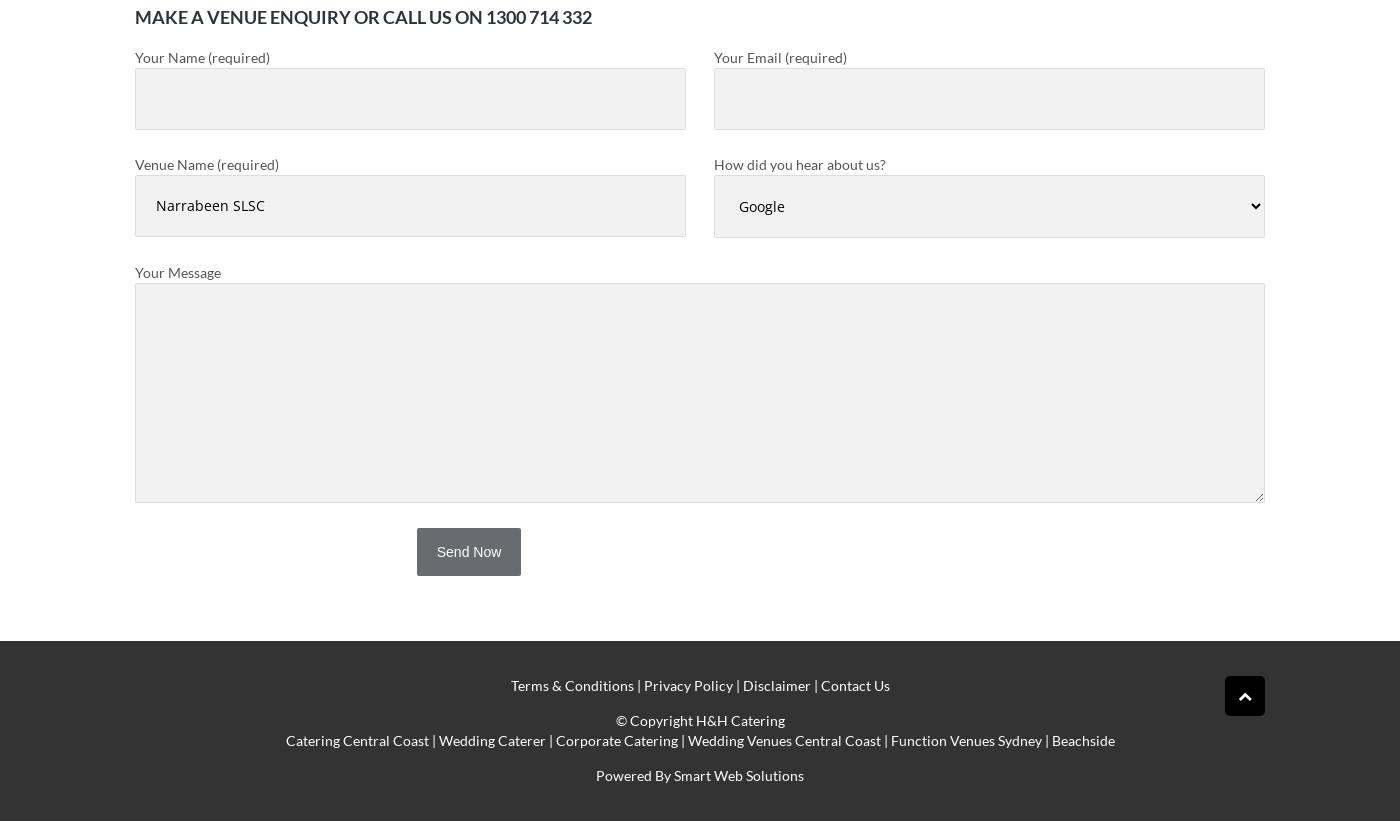 The image size is (1400, 821). Describe the element at coordinates (176, 272) in the screenshot. I see `'Your Message'` at that location.